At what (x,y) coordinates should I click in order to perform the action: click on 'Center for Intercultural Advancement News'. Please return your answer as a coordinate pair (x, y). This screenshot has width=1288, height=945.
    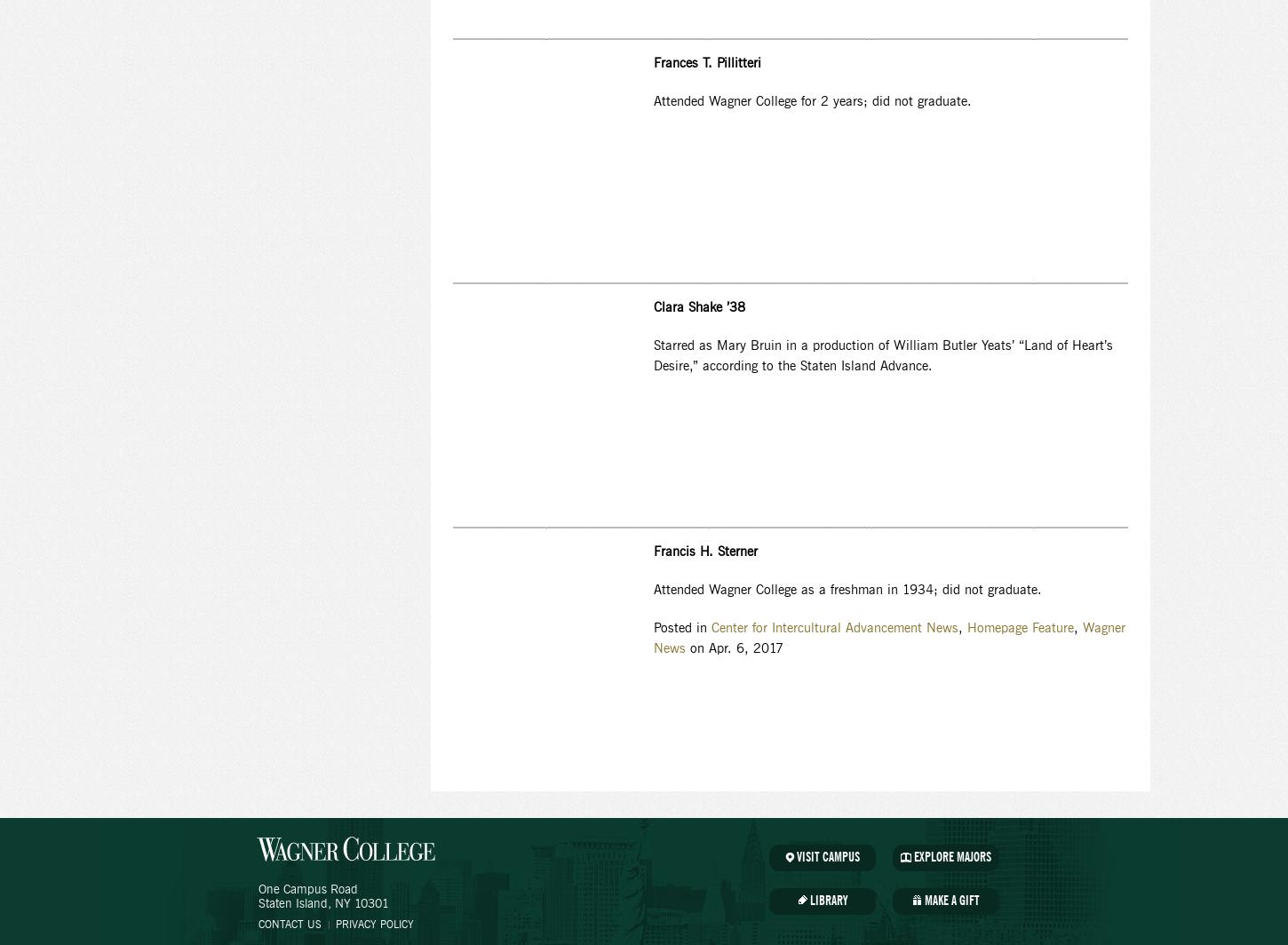
    Looking at the image, I should click on (711, 629).